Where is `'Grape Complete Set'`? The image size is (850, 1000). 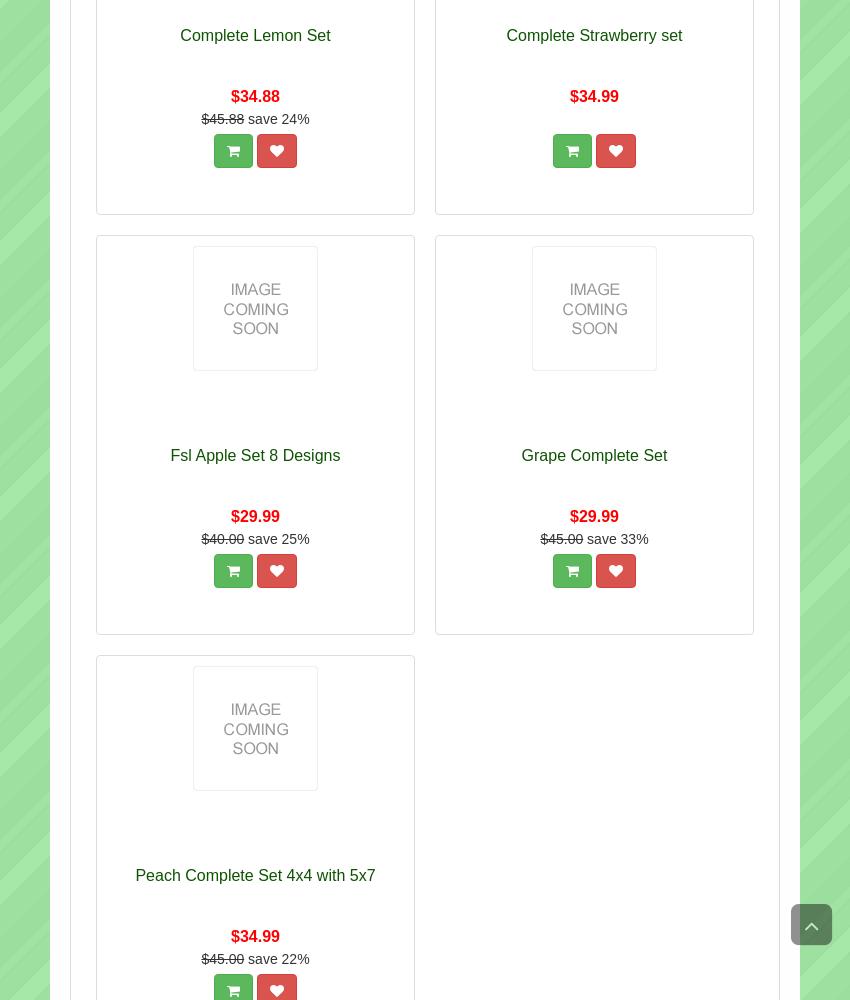
'Grape Complete Set' is located at coordinates (593, 454).